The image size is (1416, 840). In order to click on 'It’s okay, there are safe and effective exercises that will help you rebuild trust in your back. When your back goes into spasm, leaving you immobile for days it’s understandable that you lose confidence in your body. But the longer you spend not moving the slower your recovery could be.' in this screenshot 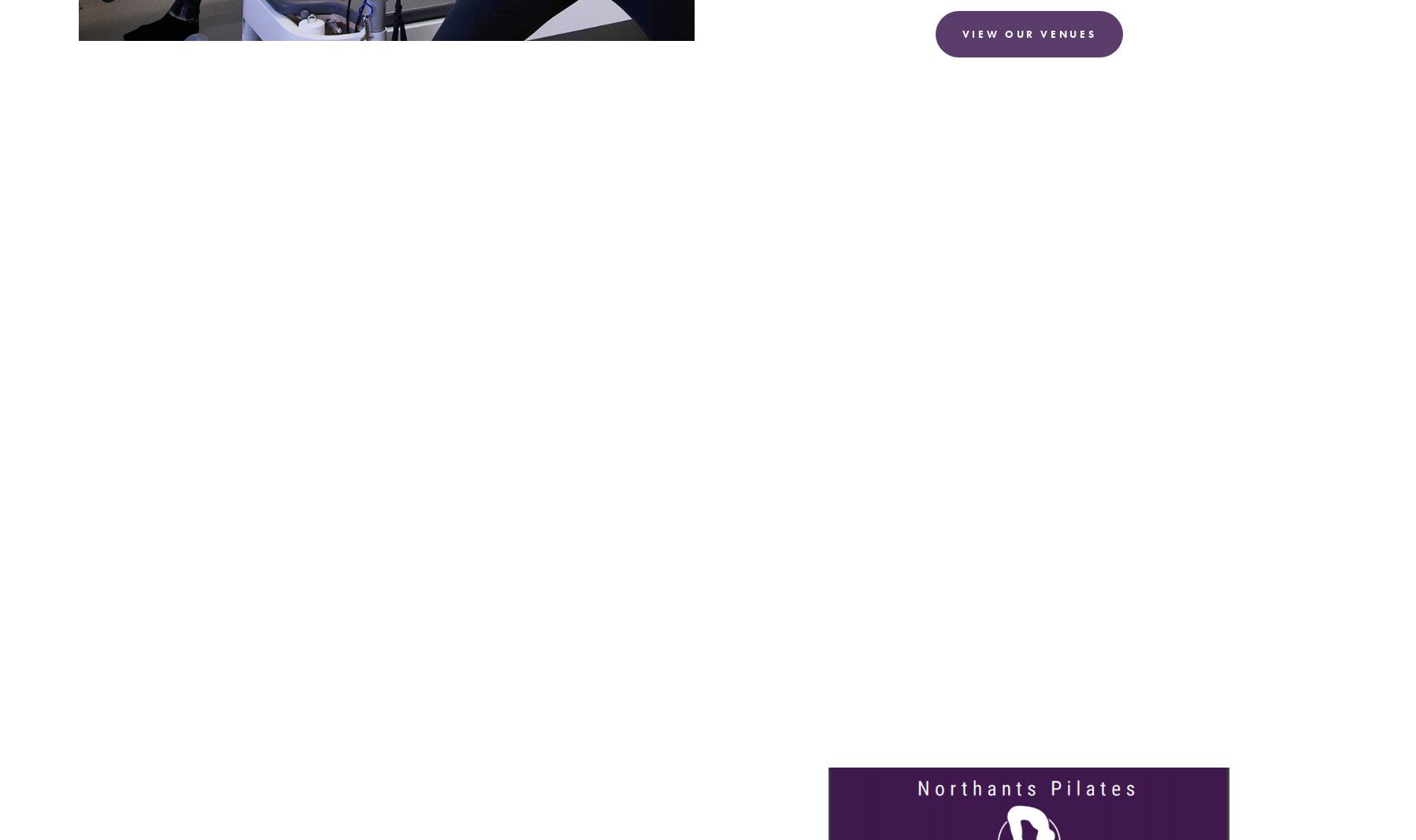, I will do `click(691, 374)`.